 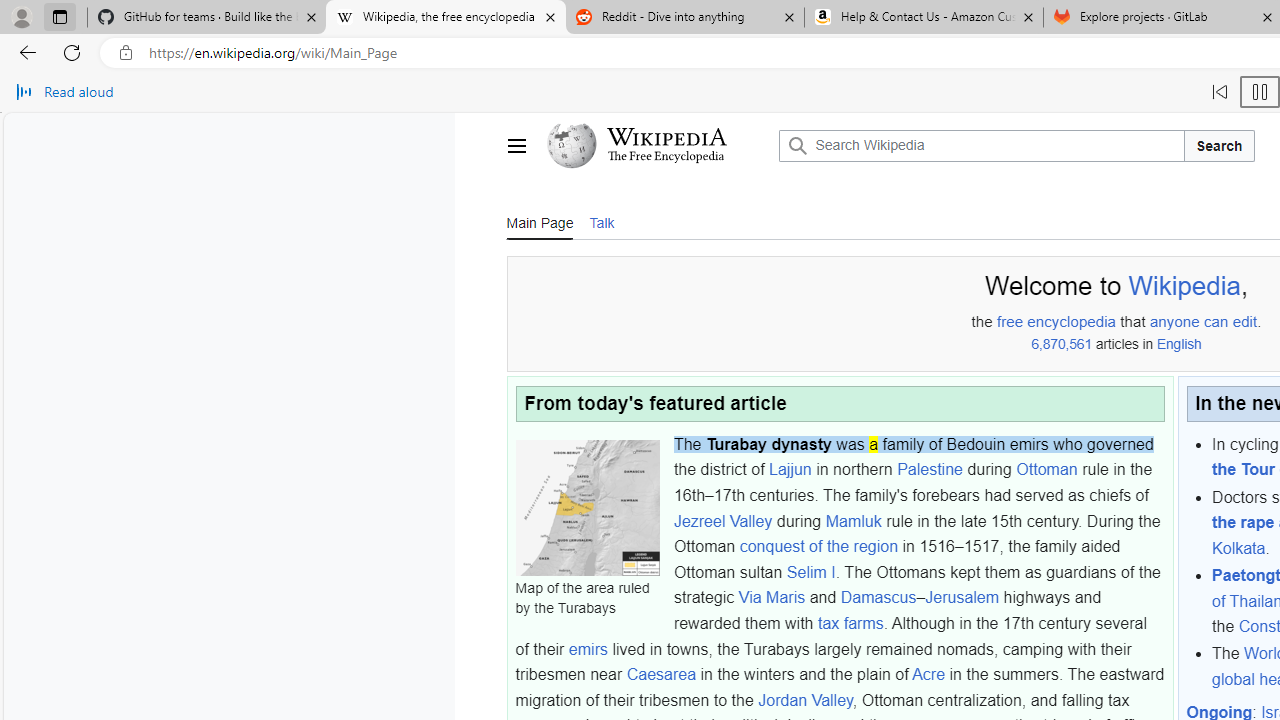 I want to click on 'Main Page', so click(x=539, y=221).